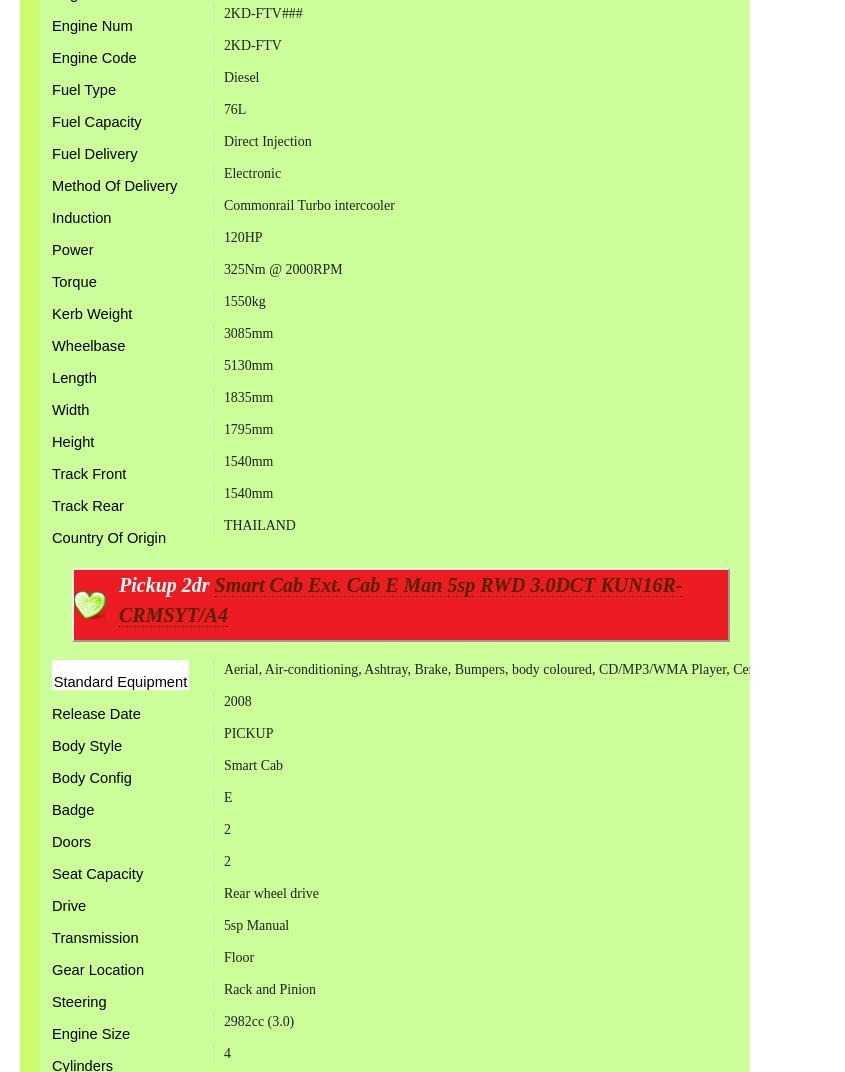  Describe the element at coordinates (70, 840) in the screenshot. I see `'Doors'` at that location.